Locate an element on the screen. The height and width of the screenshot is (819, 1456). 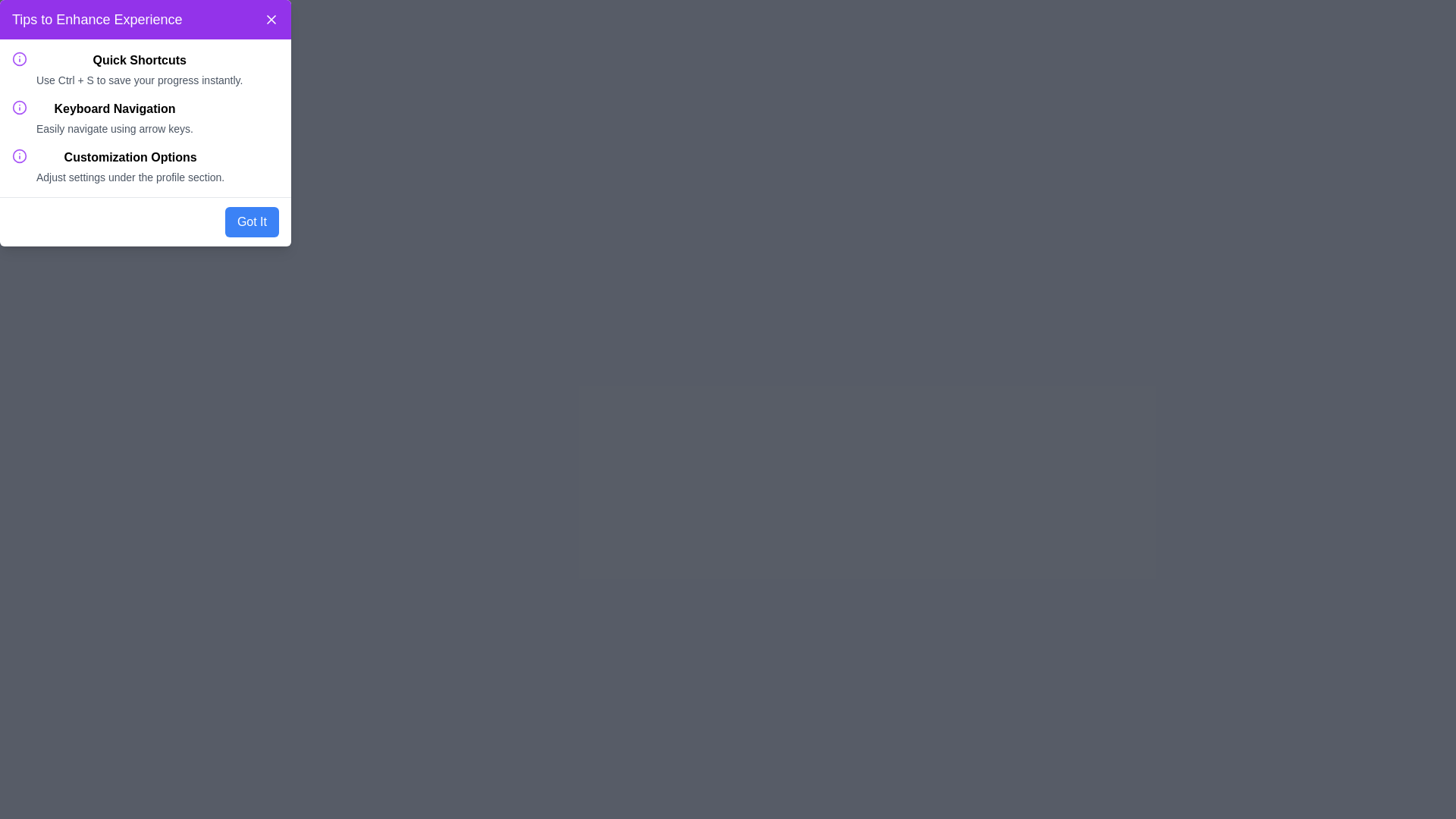
the information icon located to the left of the 'Customization Options' text in the 'Tips to Enhance Experience' dialog box is located at coordinates (19, 155).